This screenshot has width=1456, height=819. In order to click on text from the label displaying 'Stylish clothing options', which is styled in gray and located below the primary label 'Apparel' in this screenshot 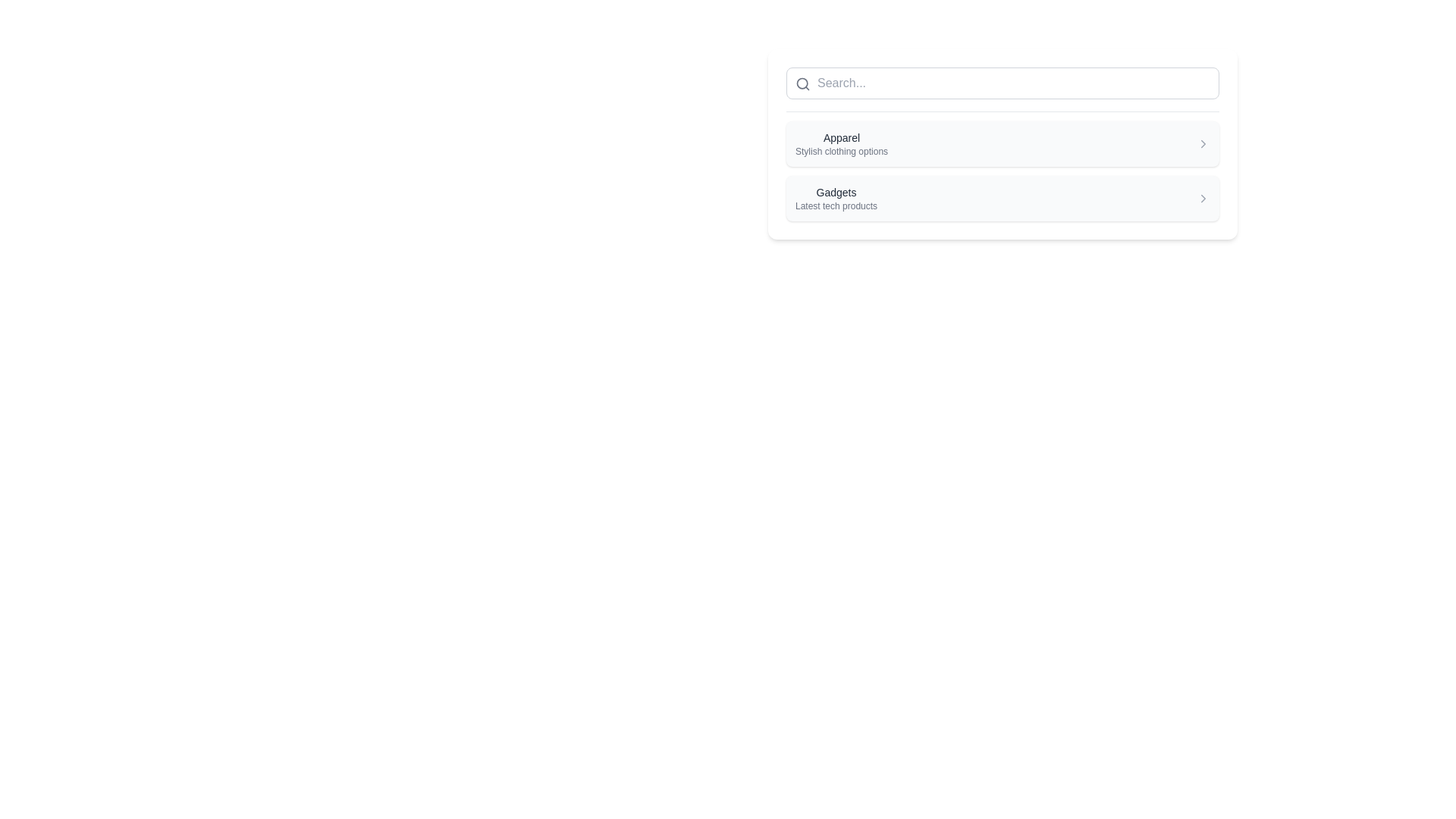, I will do `click(840, 152)`.